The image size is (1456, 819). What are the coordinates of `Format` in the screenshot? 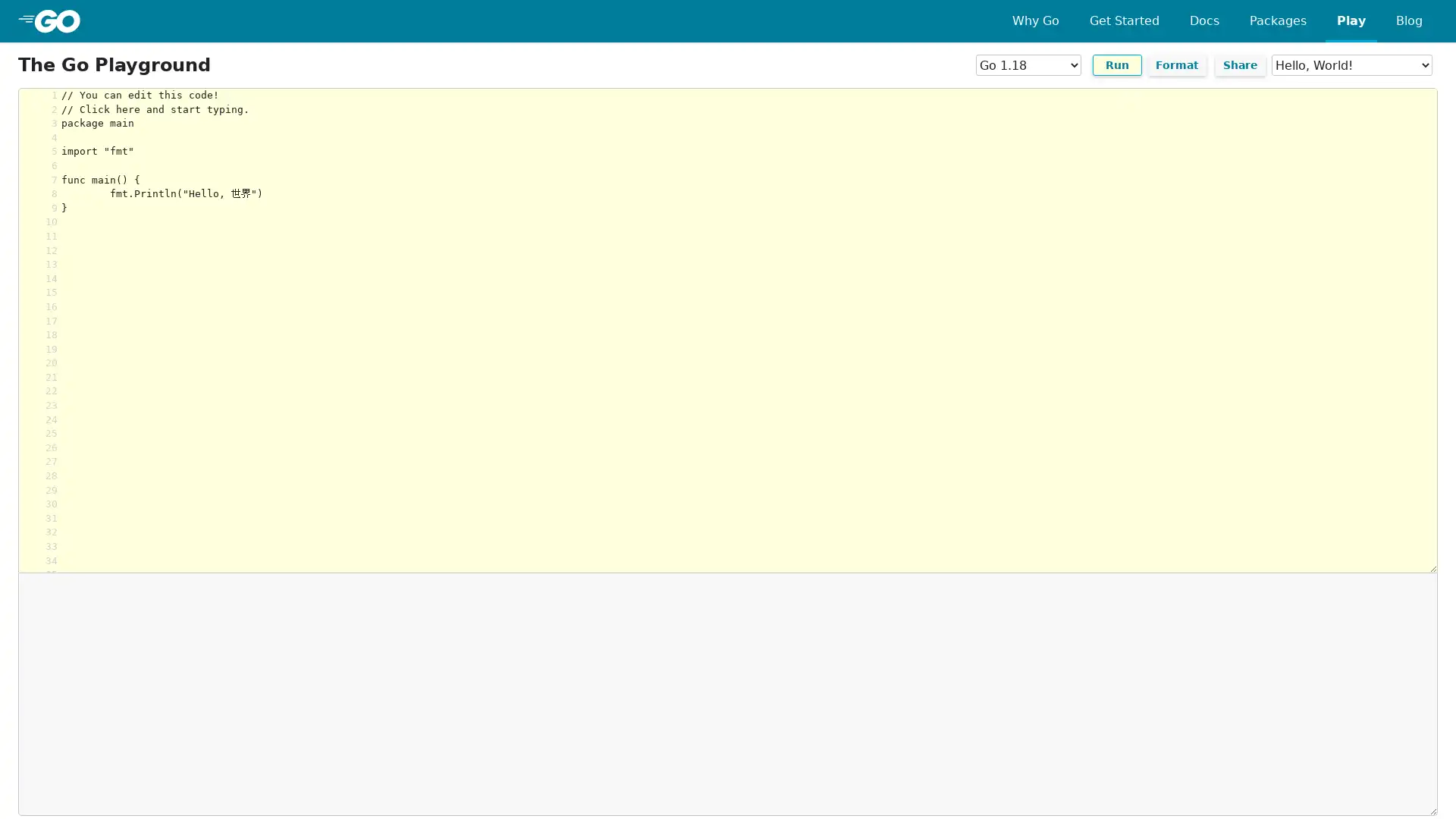 It's located at (1176, 64).